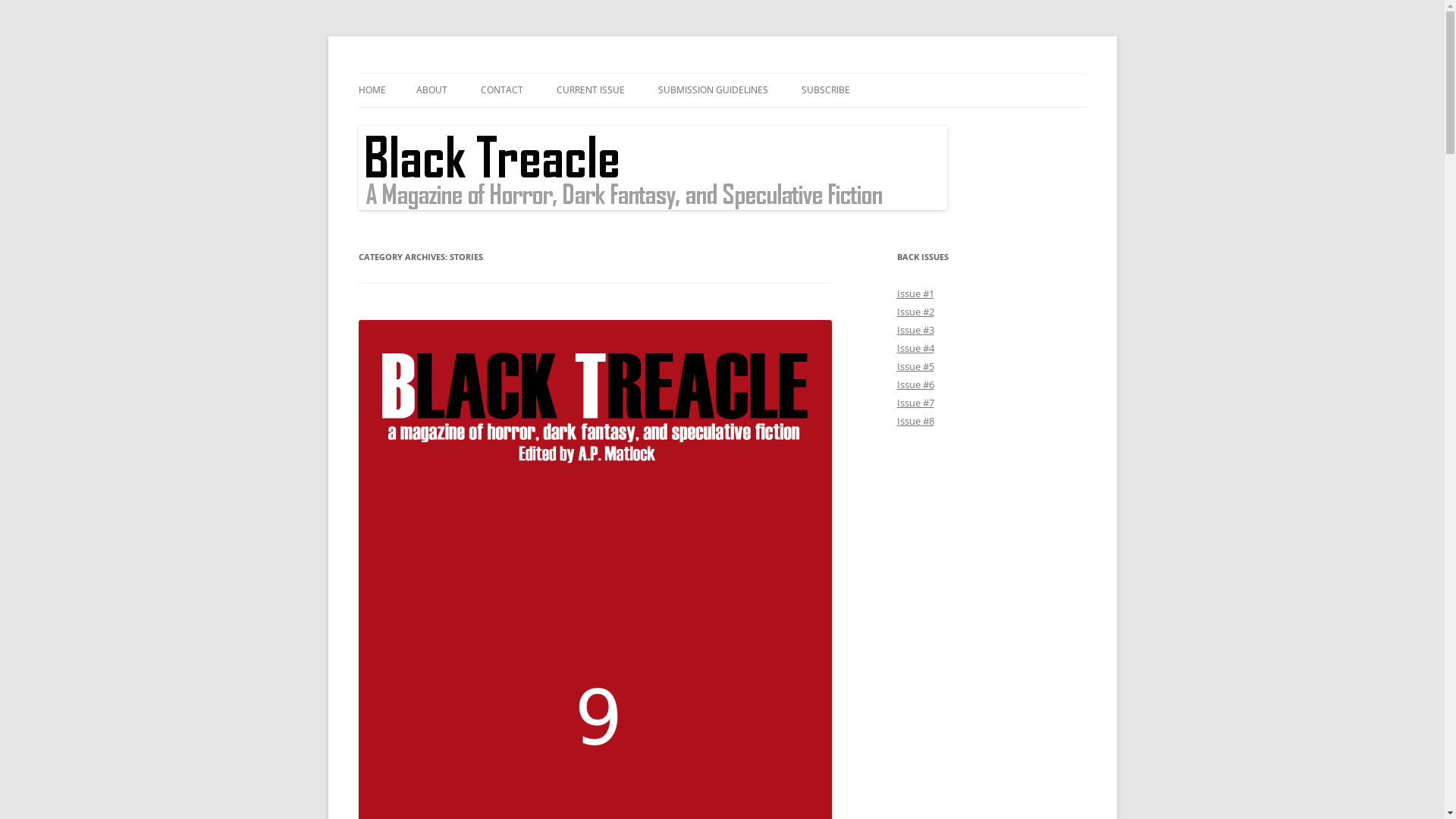 Image resolution: width=1456 pixels, height=819 pixels. Describe the element at coordinates (914, 311) in the screenshot. I see `'Issue #2'` at that location.